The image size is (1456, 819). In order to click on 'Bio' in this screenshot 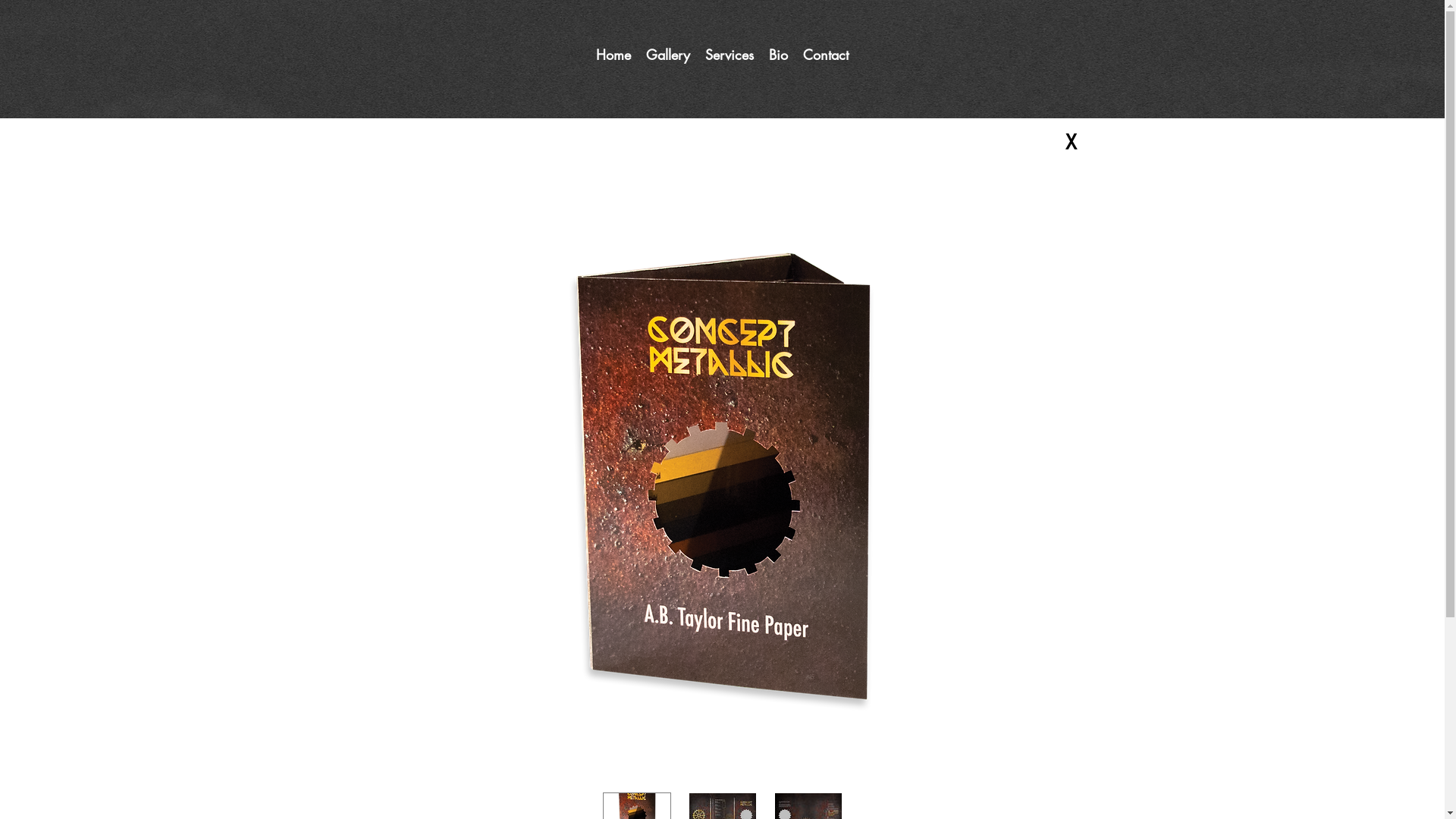, I will do `click(778, 54)`.